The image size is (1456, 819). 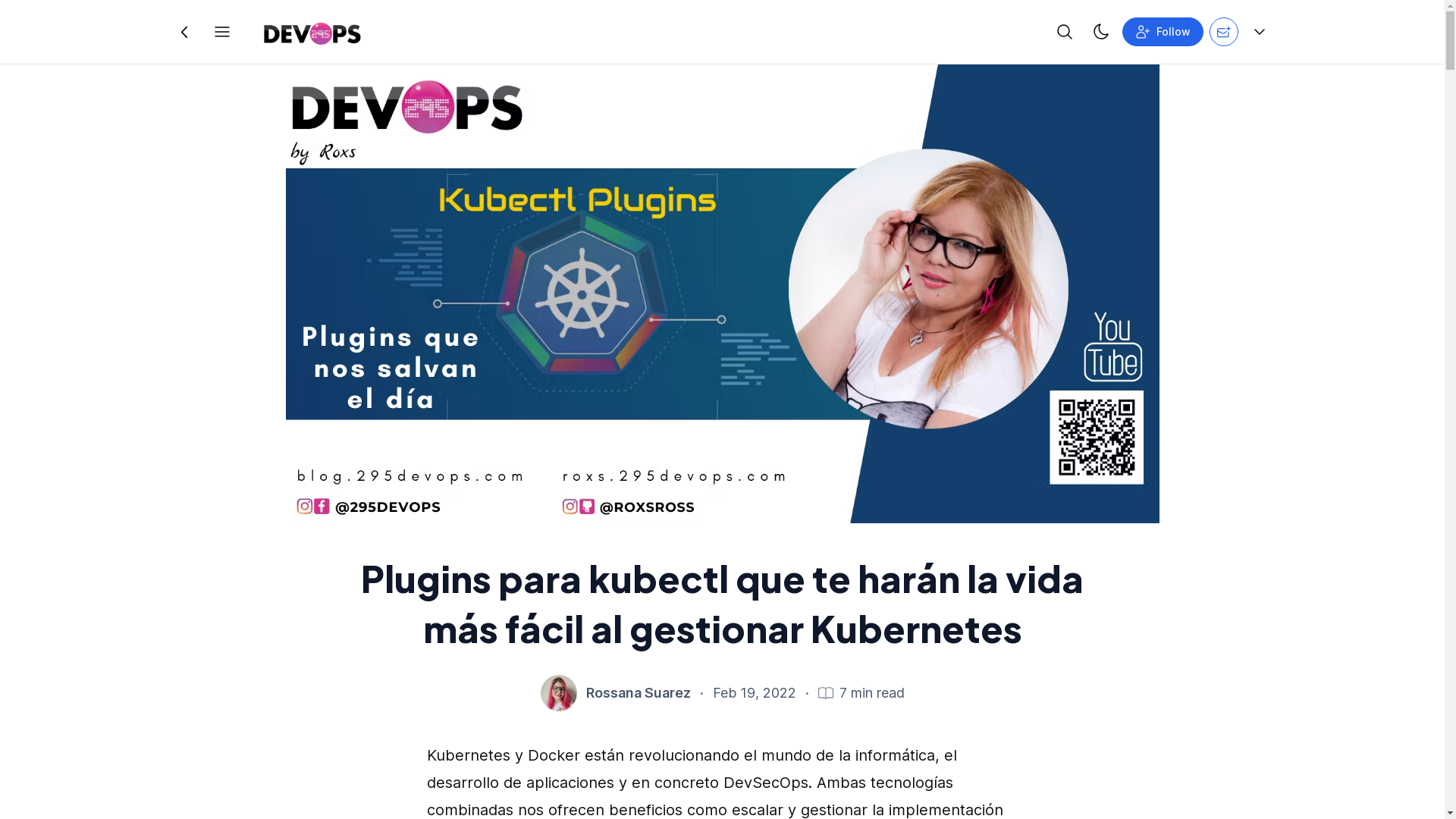 What do you see at coordinates (754, 693) in the screenshot?
I see `'Feb 19, 2022'` at bounding box center [754, 693].